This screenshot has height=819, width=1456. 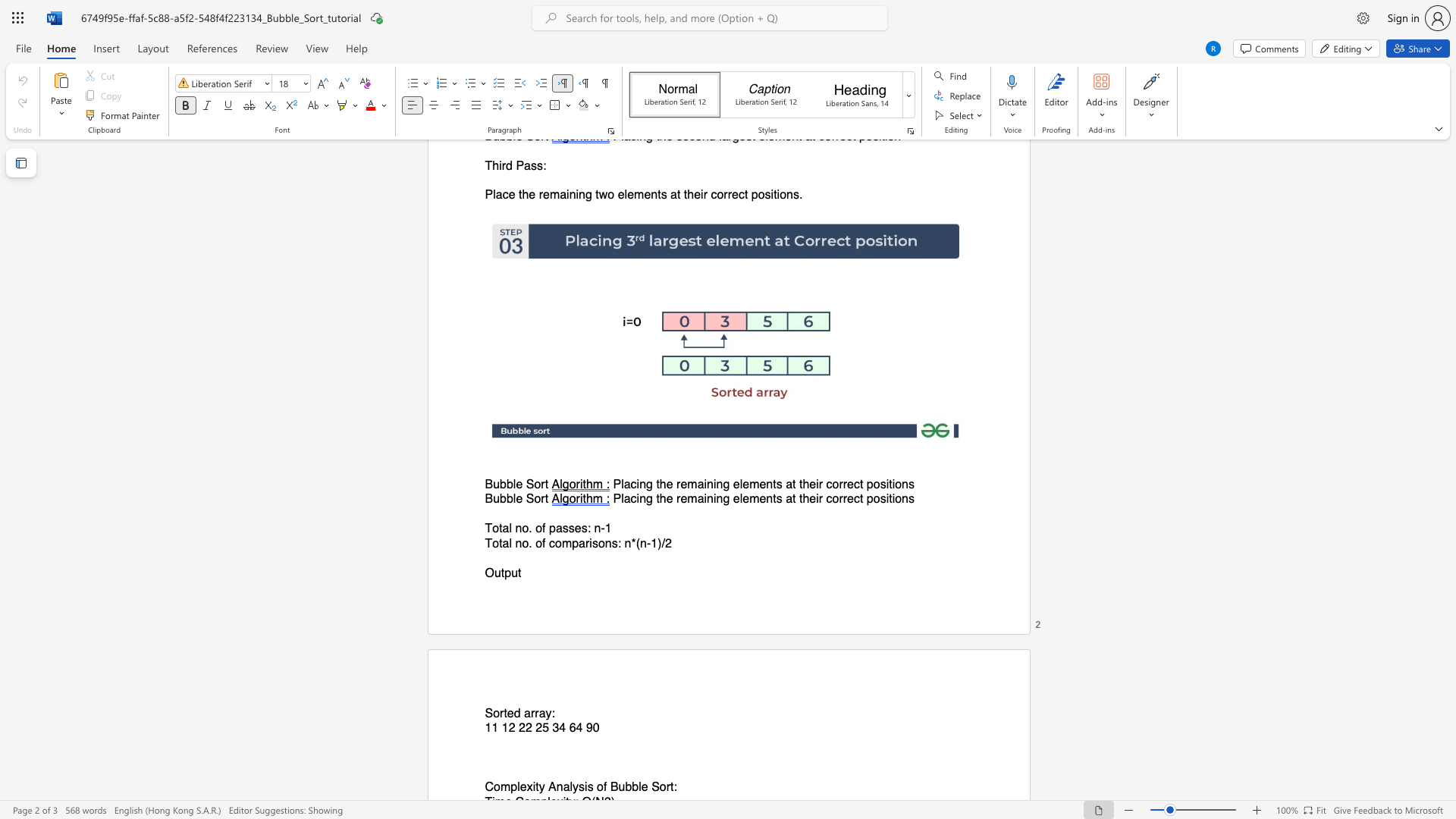 I want to click on the subset text "Bubble So" within the text "Bubble Sort", so click(x=484, y=485).